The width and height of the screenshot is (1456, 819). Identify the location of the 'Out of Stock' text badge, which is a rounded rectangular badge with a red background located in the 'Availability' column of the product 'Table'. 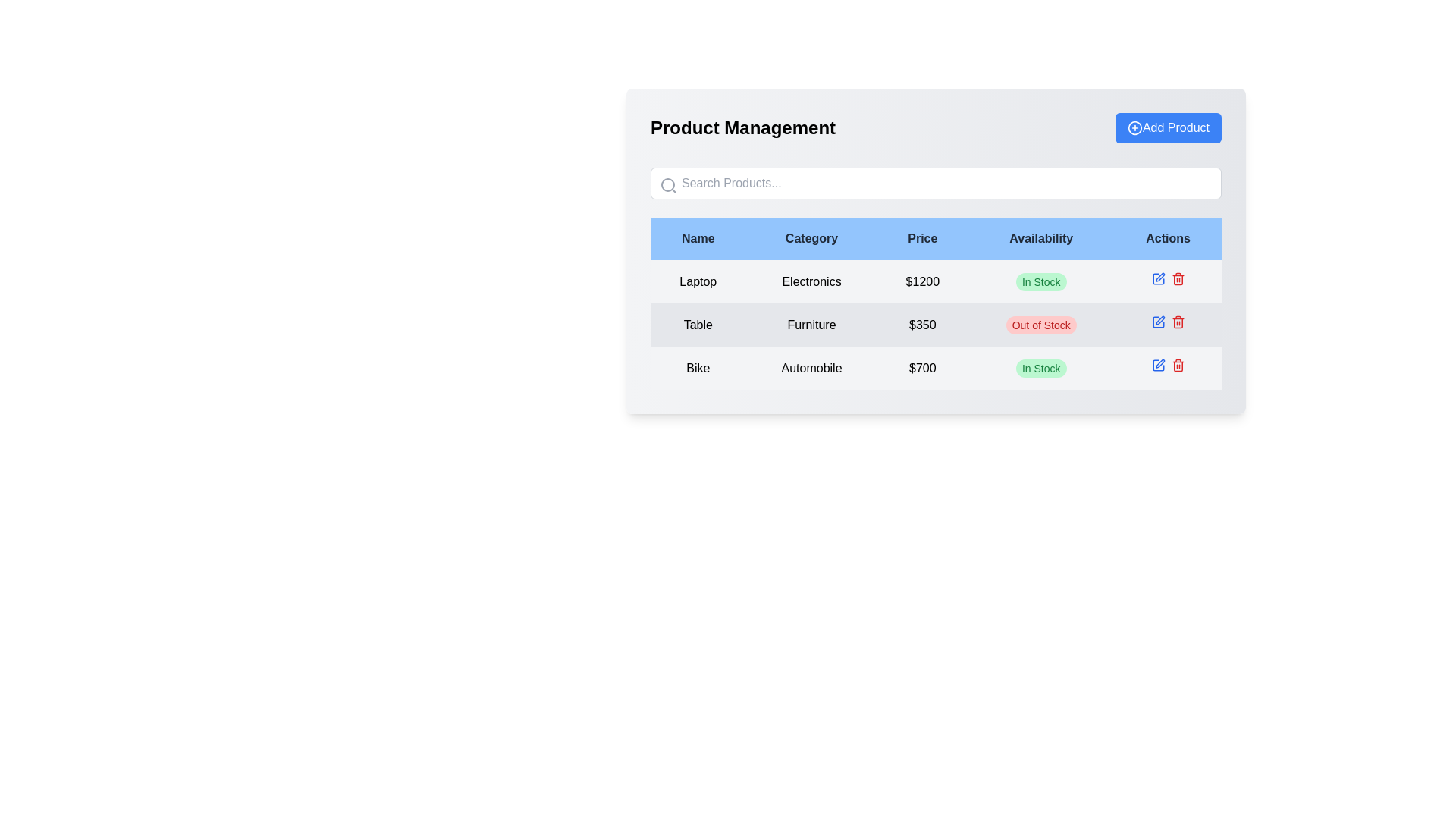
(1040, 324).